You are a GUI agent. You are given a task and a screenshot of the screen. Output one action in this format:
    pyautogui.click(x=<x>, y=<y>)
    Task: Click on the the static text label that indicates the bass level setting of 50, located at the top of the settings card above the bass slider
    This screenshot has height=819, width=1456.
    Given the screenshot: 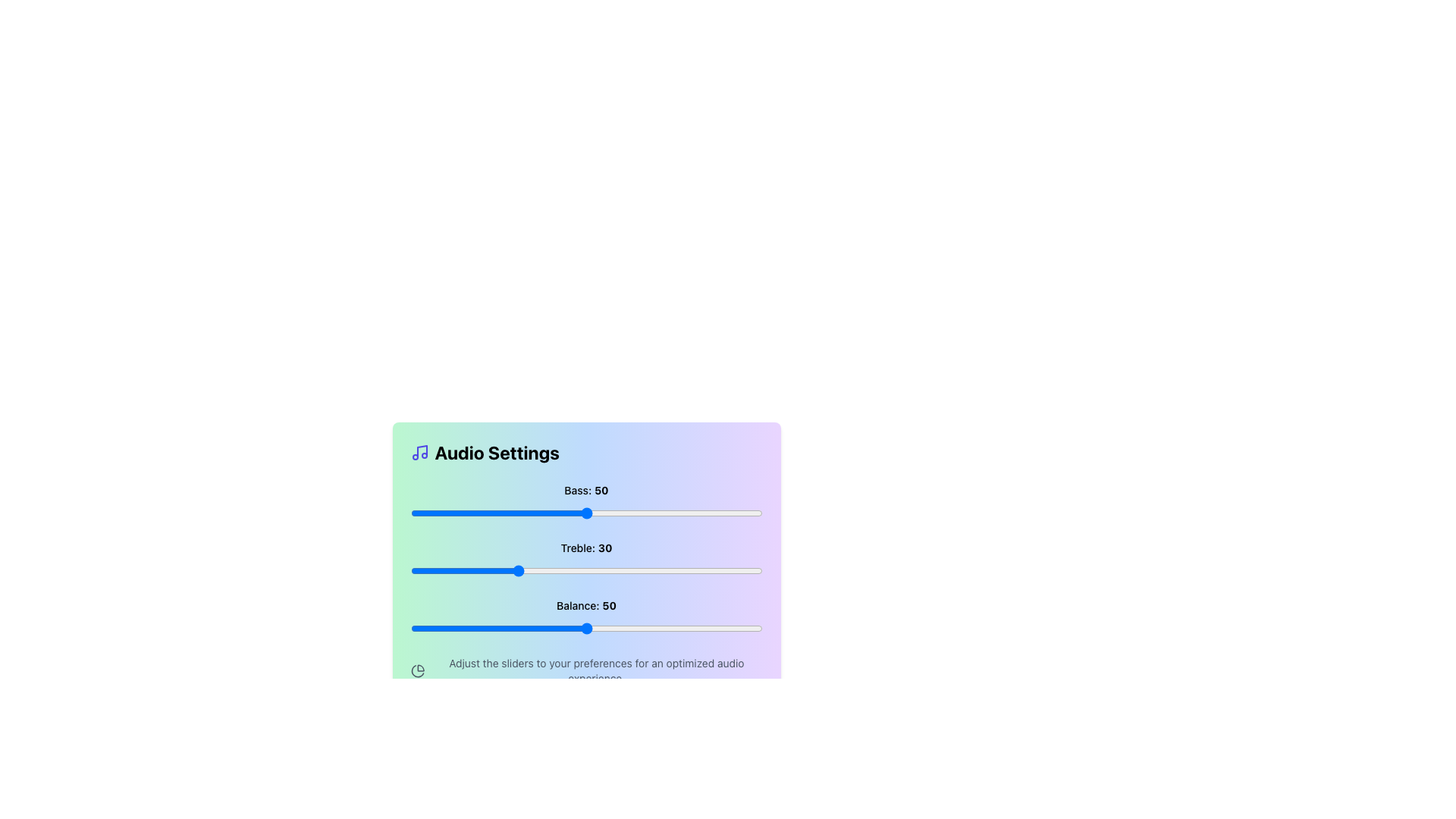 What is the action you would take?
    pyautogui.click(x=585, y=491)
    